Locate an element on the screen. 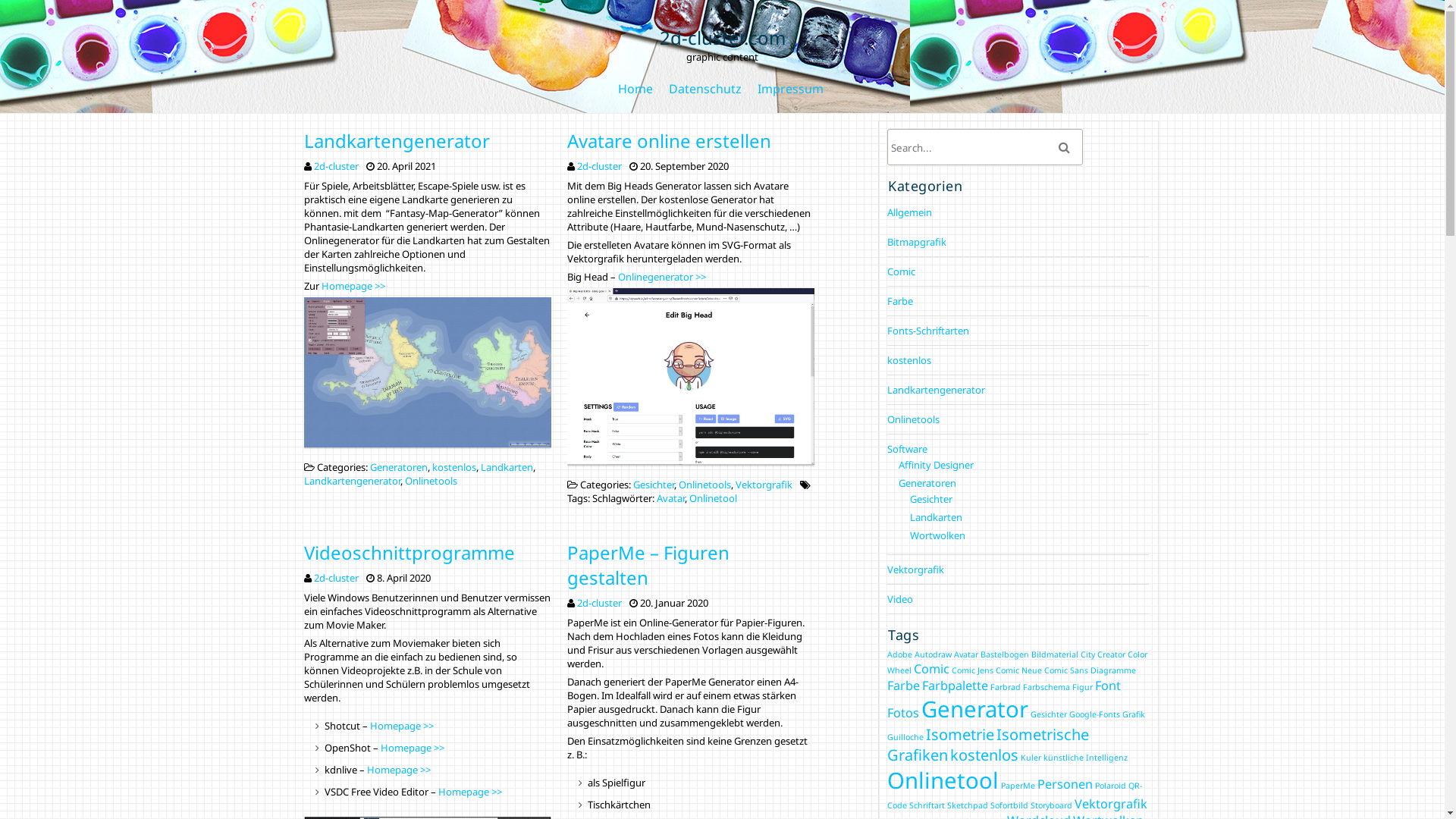  'Videoschnittprogramme' is located at coordinates (408, 552).